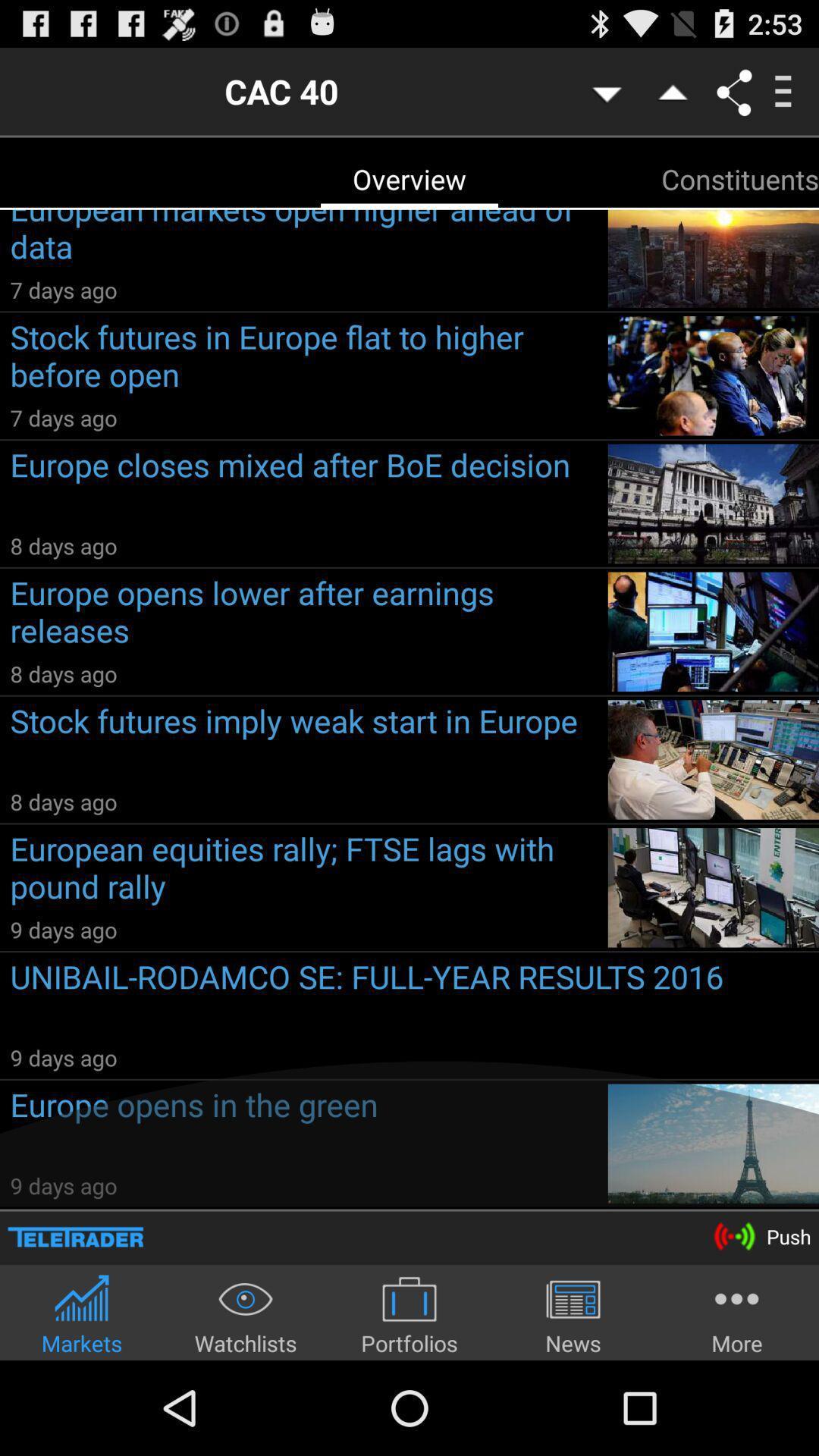 The height and width of the screenshot is (1456, 819). I want to click on the item above the 9 days ago item, so click(303, 871).